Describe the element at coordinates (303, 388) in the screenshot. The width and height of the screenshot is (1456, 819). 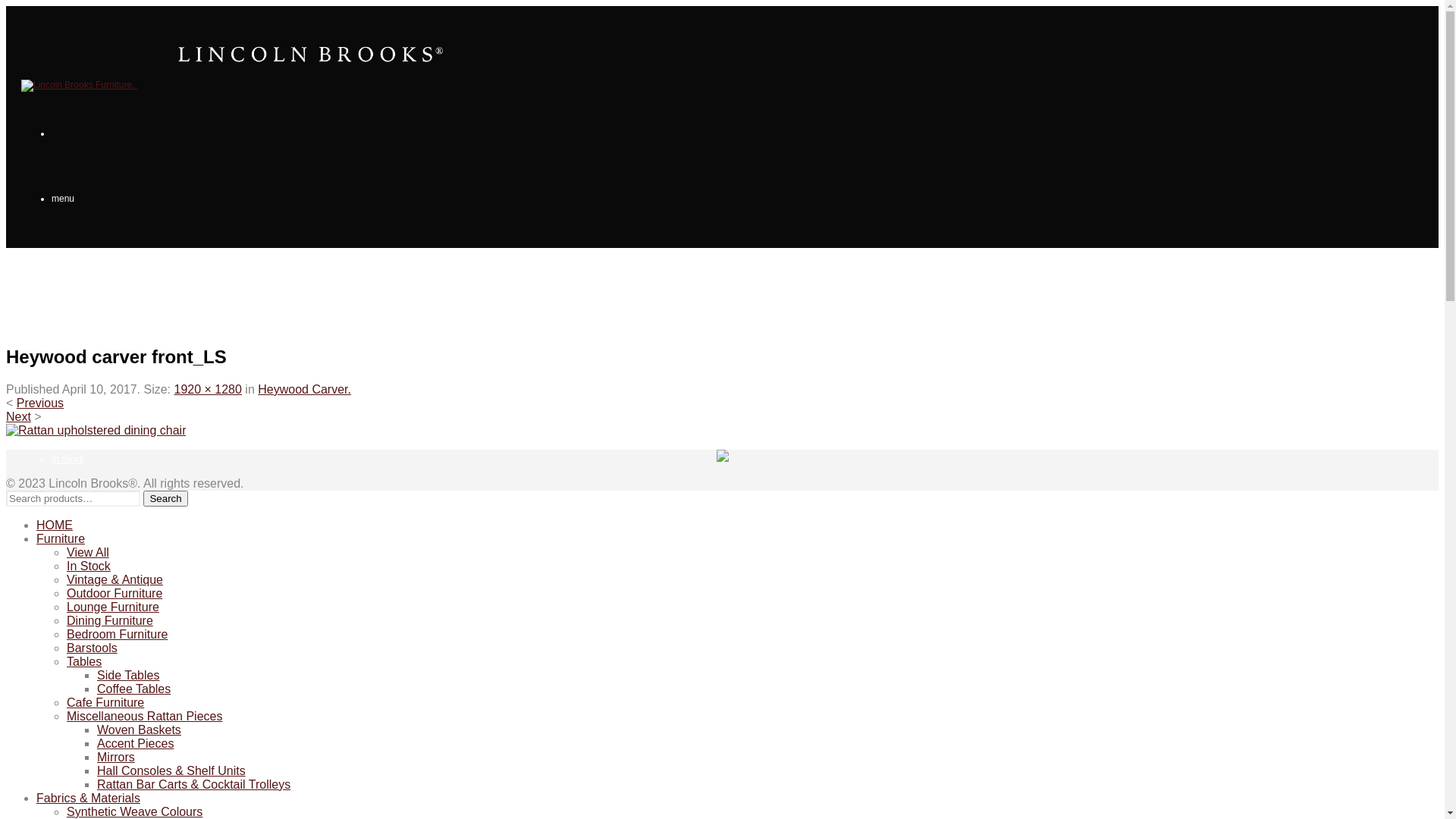
I see `'Heywood Carver.'` at that location.